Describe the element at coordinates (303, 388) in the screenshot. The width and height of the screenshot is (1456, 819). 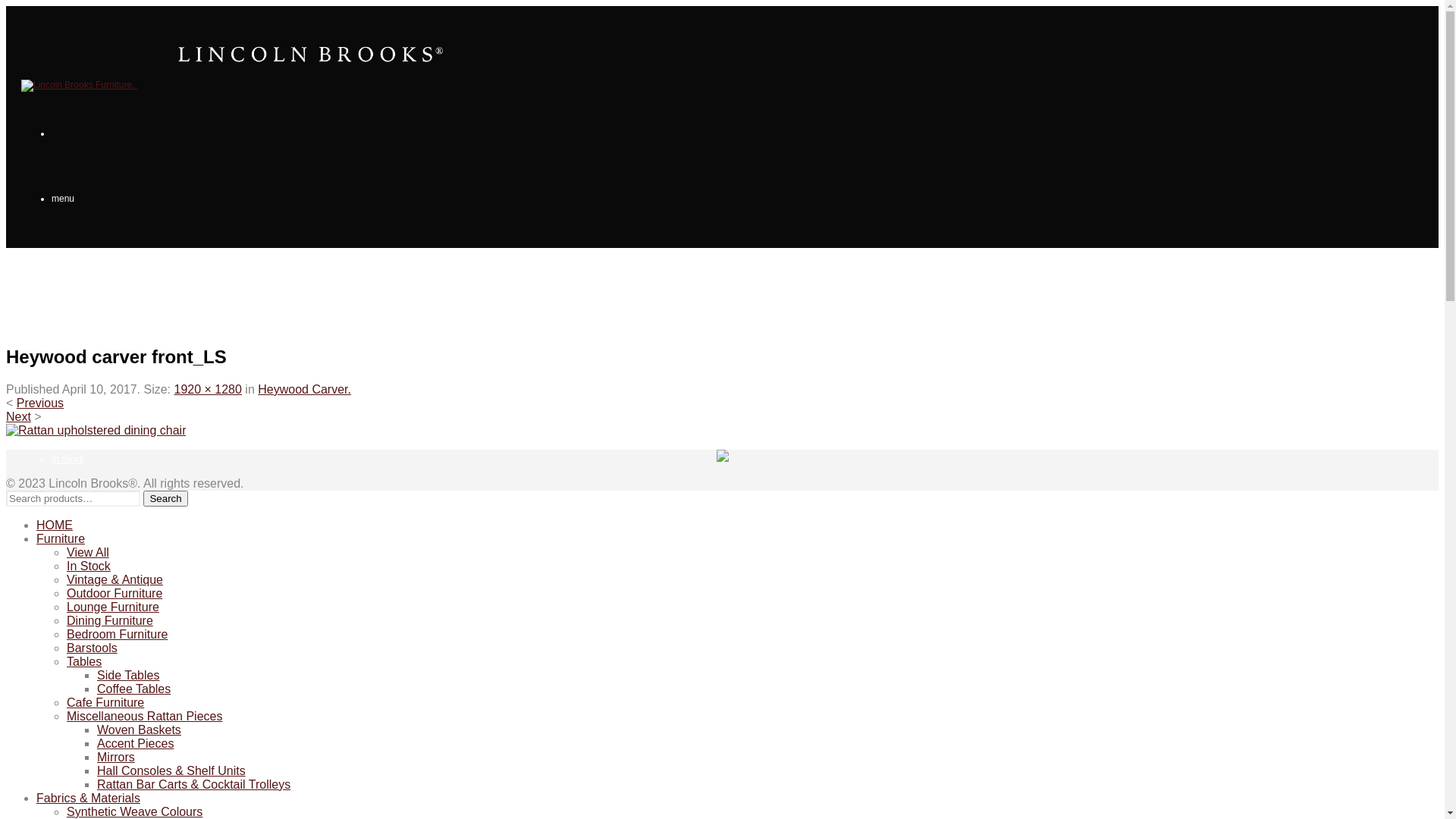
I see `'Heywood Carver.'` at that location.